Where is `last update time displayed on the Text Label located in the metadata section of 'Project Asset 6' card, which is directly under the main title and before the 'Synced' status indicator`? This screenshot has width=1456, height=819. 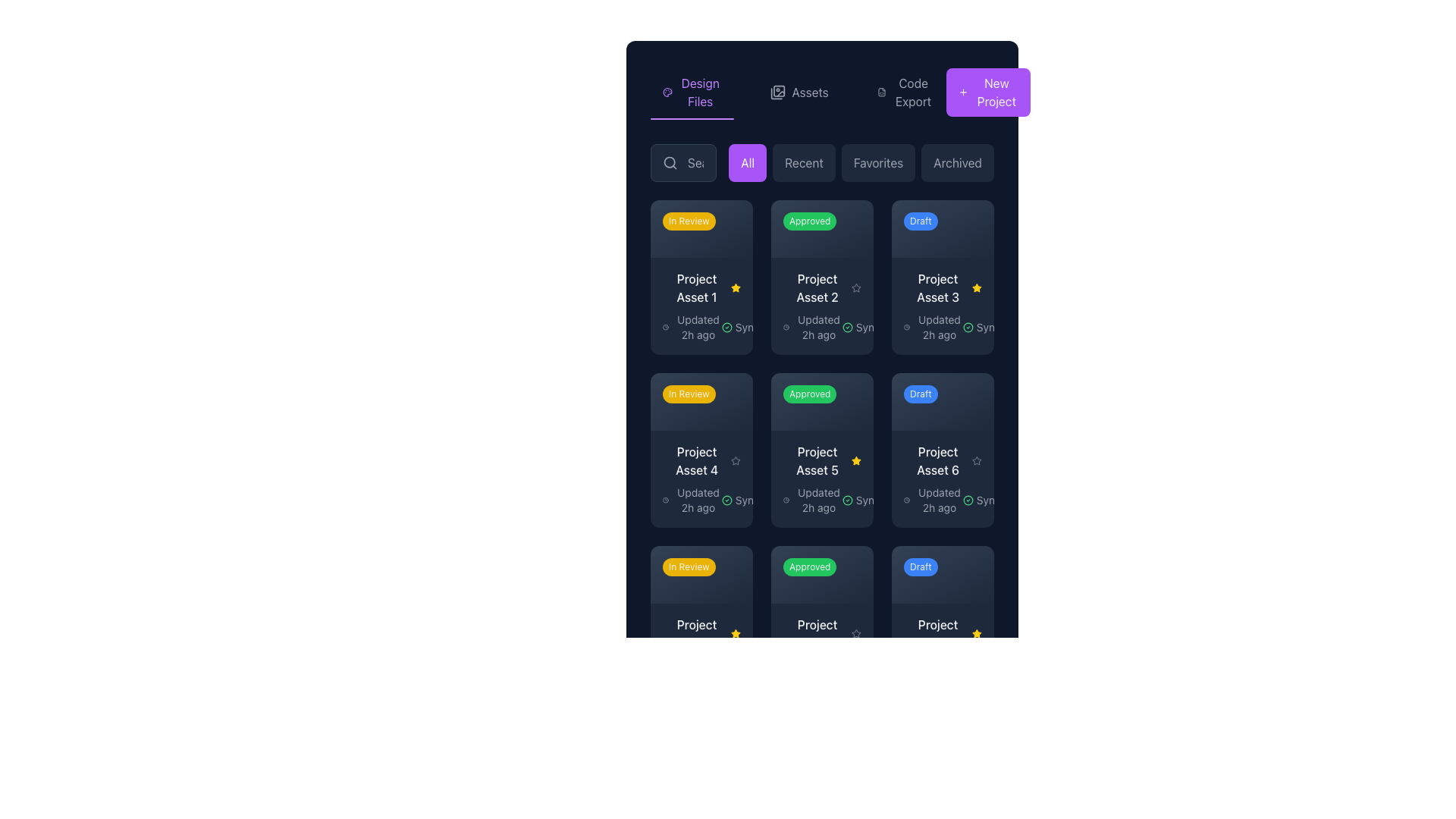
last update time displayed on the Text Label located in the metadata section of 'Project Asset 6' card, which is directly under the main title and before the 'Synced' status indicator is located at coordinates (932, 500).